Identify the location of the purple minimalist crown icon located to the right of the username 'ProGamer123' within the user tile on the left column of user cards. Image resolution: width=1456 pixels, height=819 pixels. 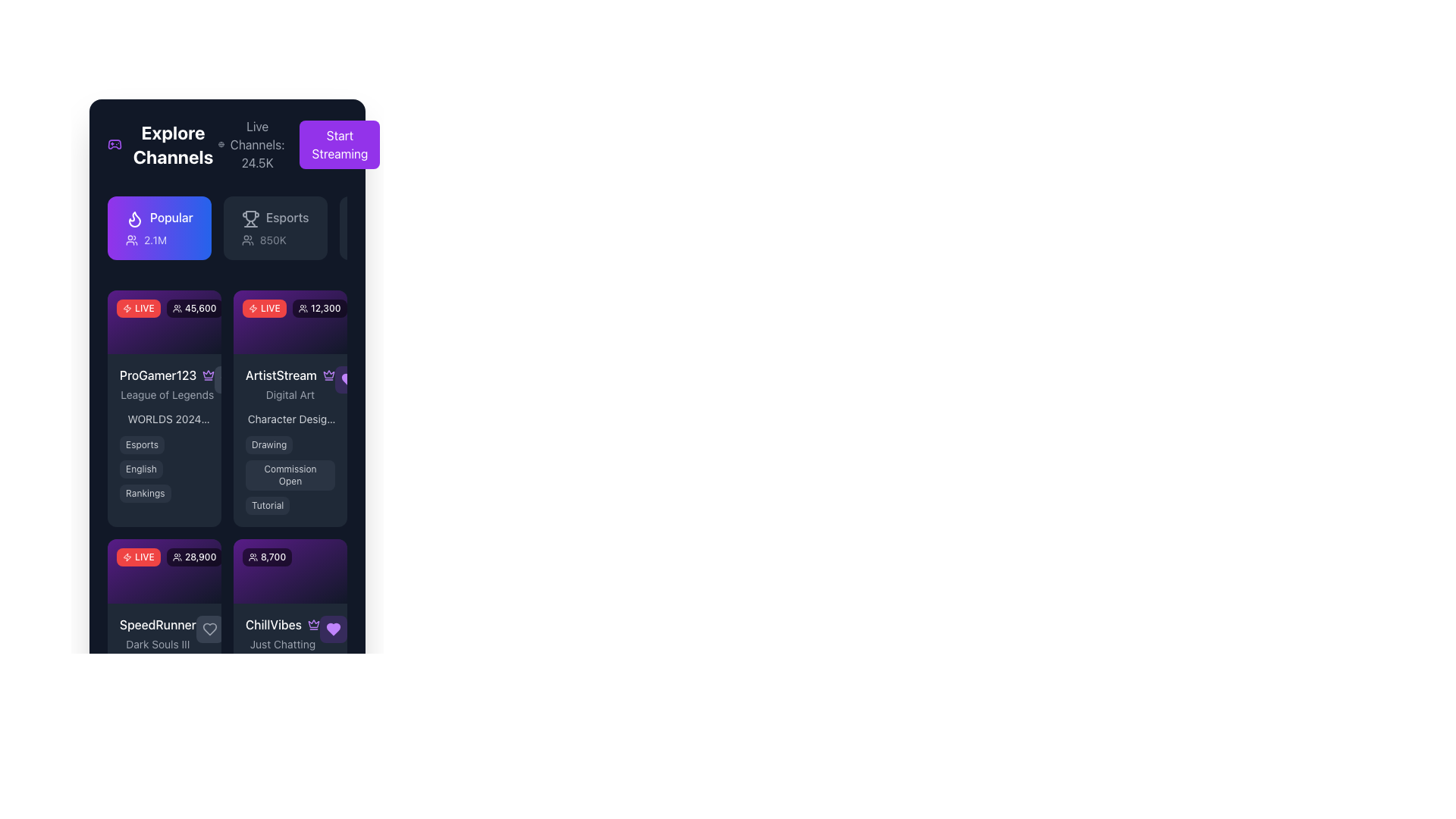
(208, 375).